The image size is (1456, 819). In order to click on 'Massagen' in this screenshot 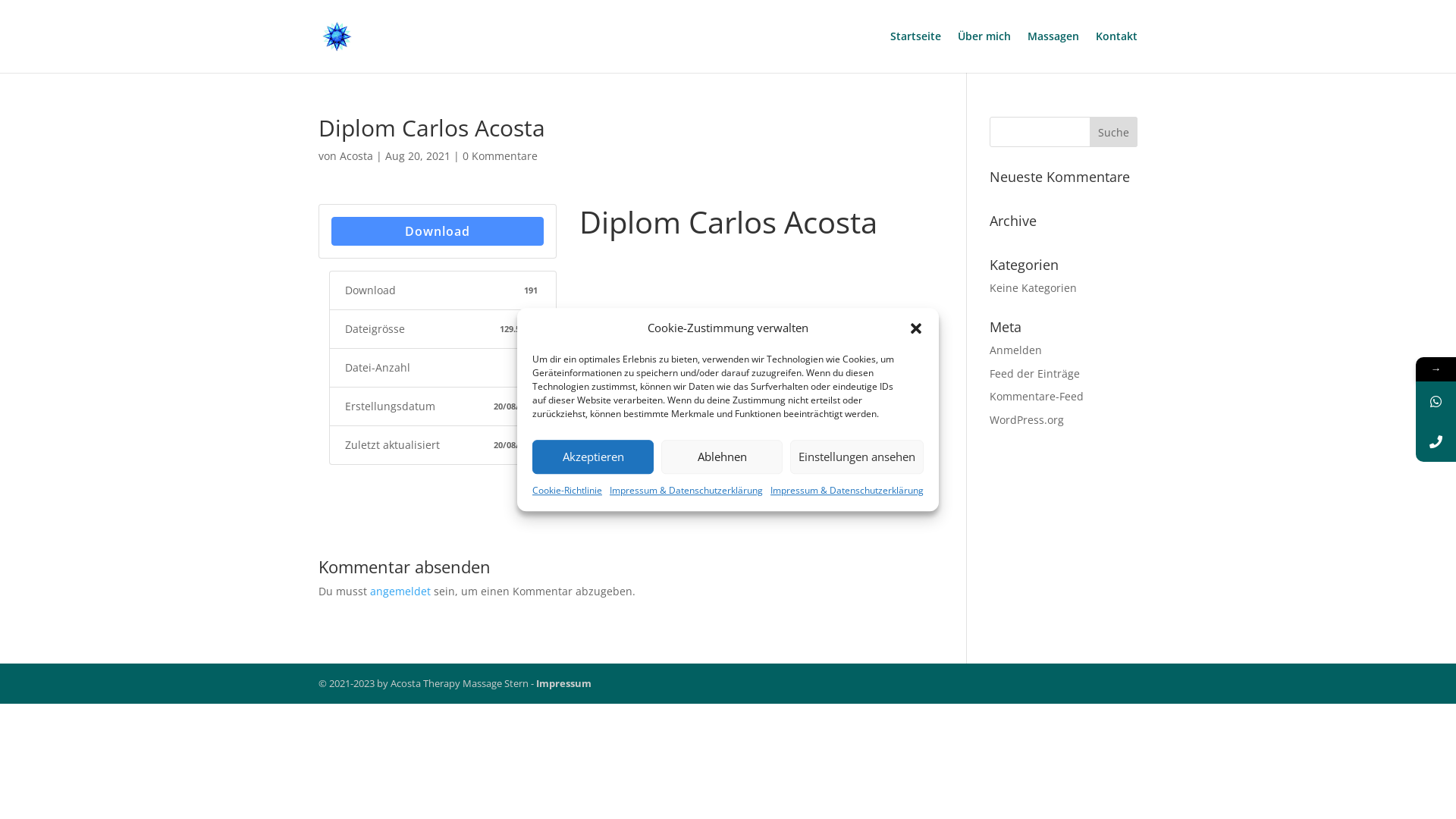, I will do `click(1052, 51)`.